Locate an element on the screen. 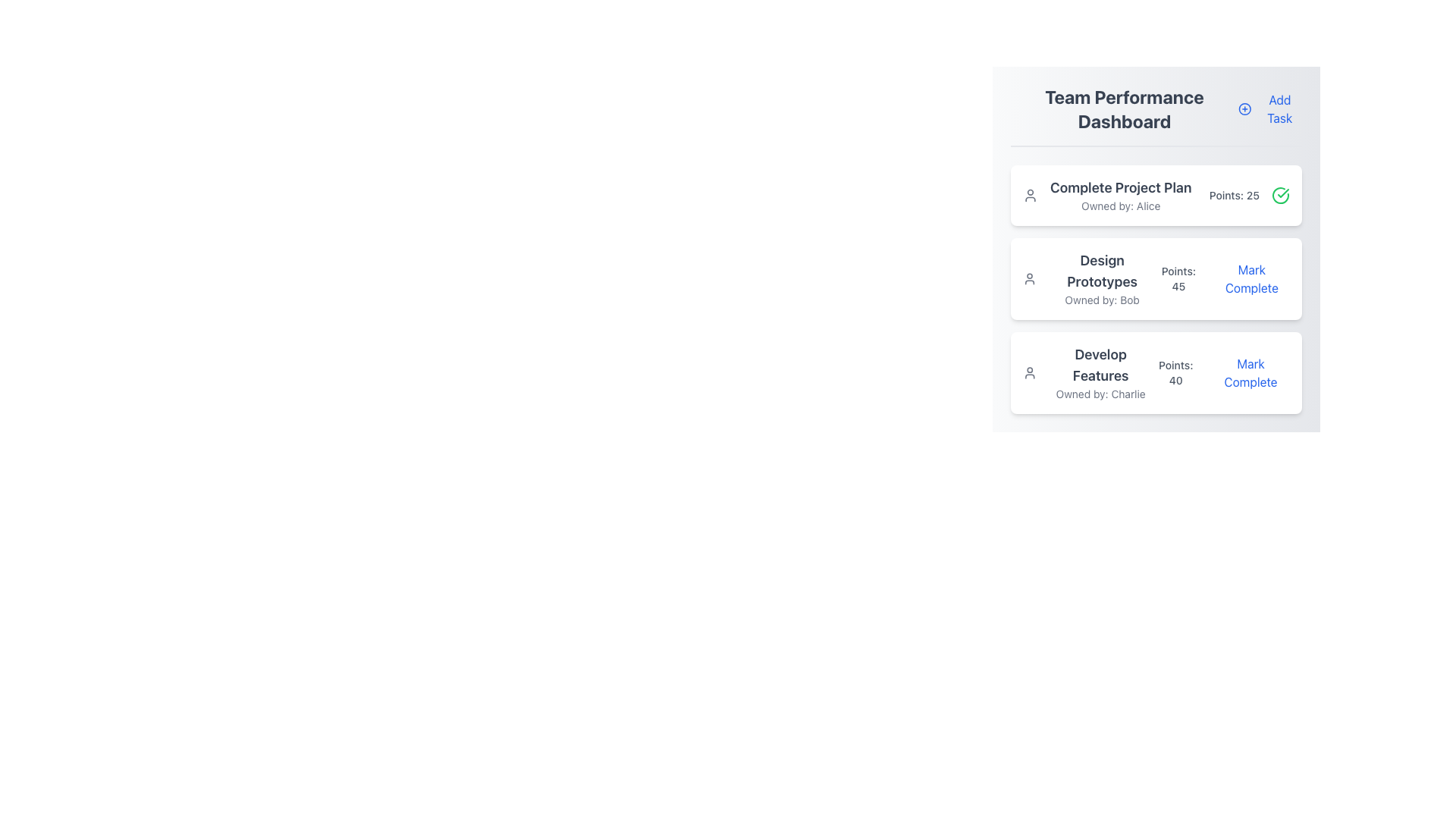  the text block containing 'Design Prototypes Owned by: Bob' with an icon of a person, located in the middle card of the 'Team Performance Dashboard' section is located at coordinates (1088, 278).